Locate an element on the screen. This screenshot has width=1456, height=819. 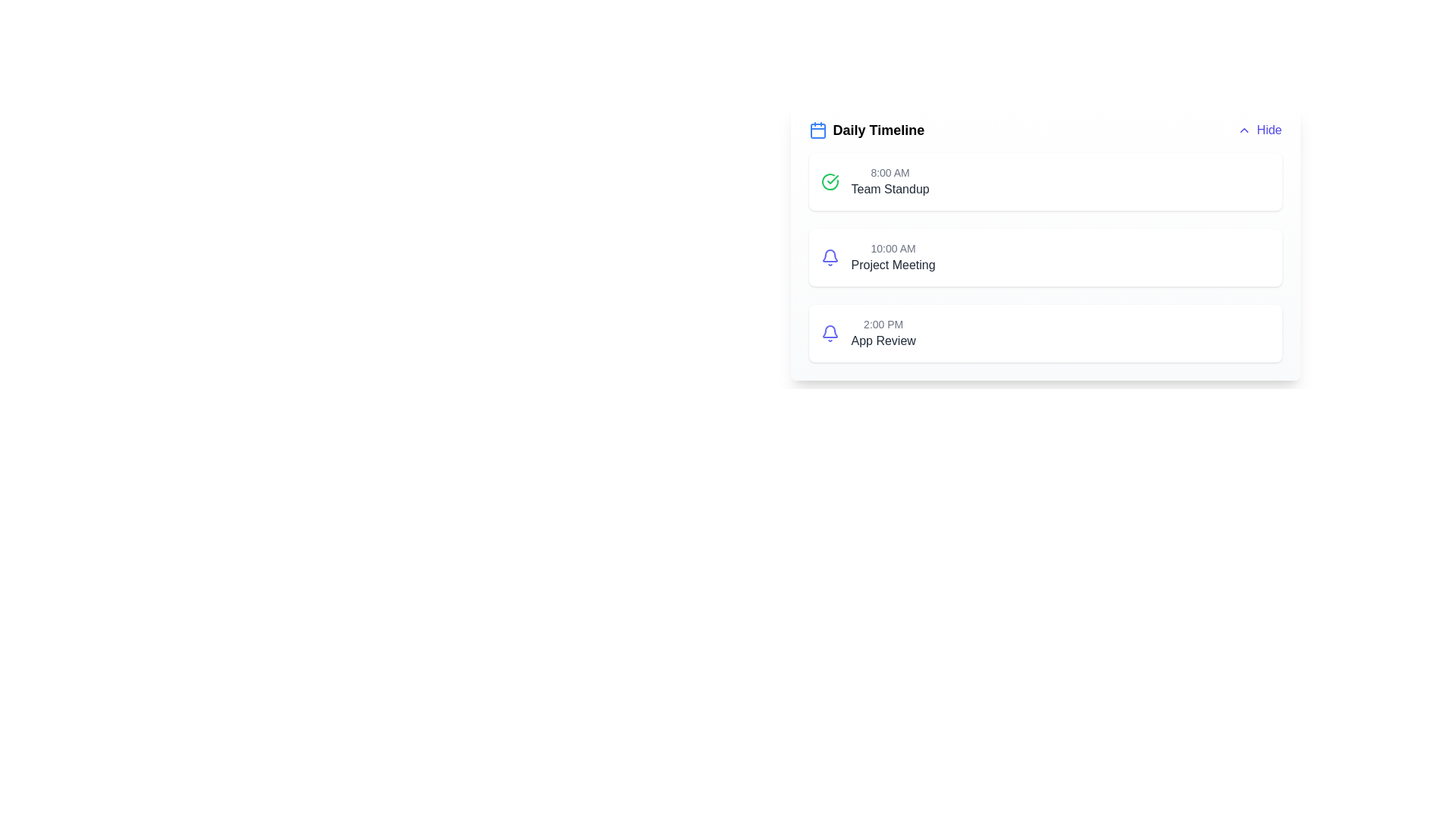
text from the Text Label that serves as the title for the daily schedule section, located to the right of the calendar icon is located at coordinates (878, 130).